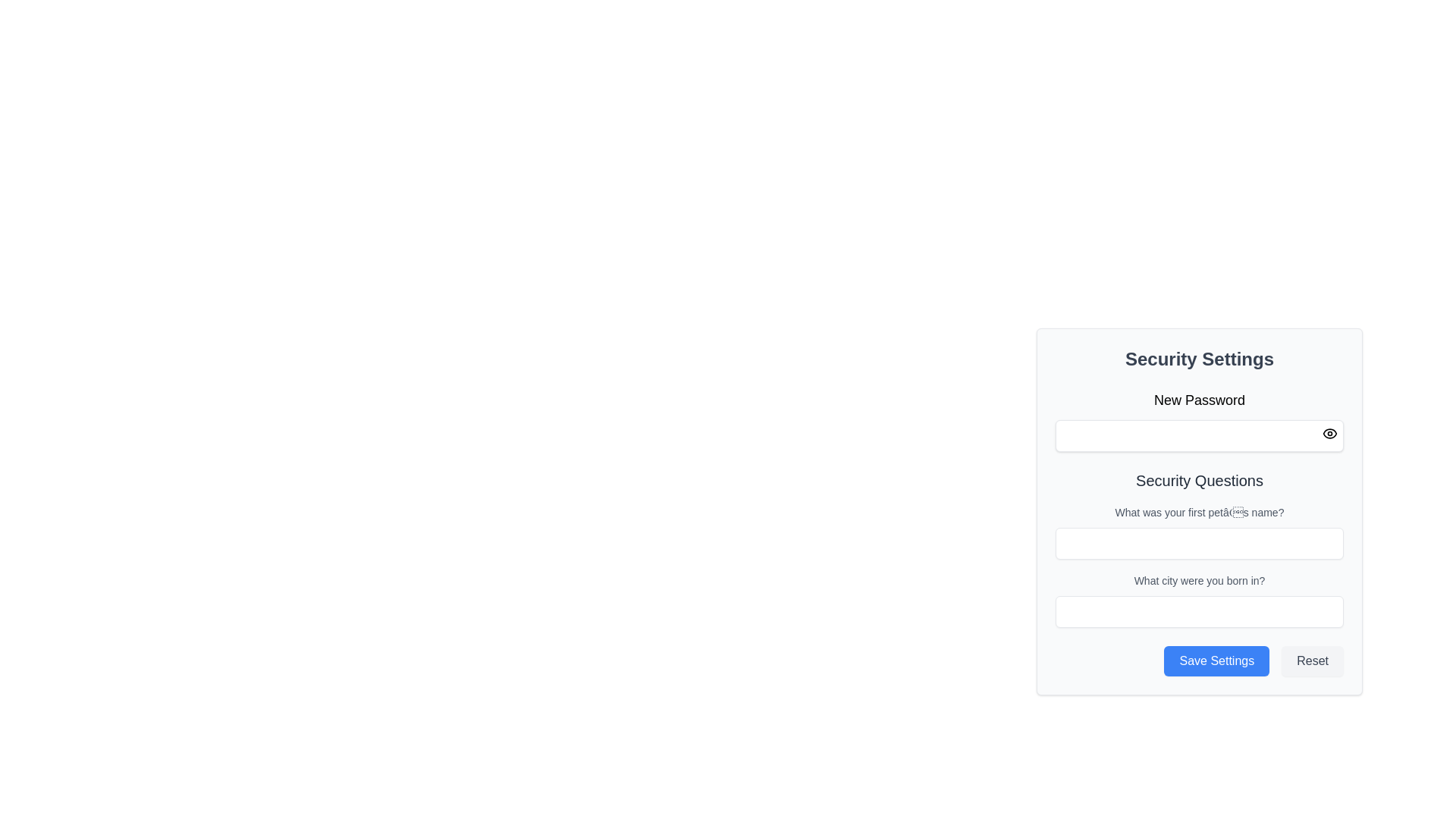  What do you see at coordinates (1199, 400) in the screenshot?
I see `the 'New Password' text label, which is bold and large, located in the 'Security Settings' section above the password input field` at bounding box center [1199, 400].